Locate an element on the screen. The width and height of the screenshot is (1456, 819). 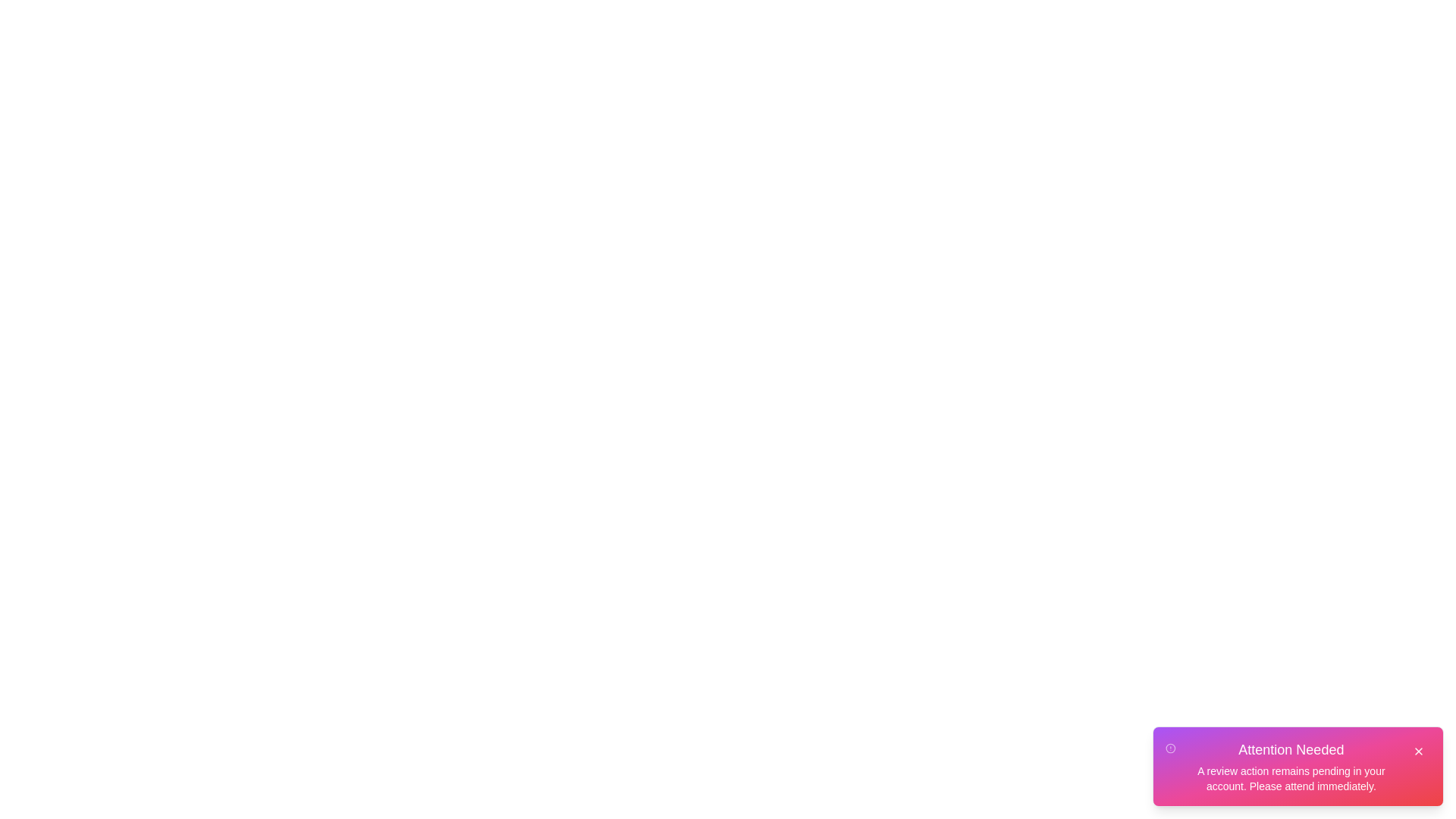
close button on the snackbar to dismiss it is located at coordinates (1418, 752).